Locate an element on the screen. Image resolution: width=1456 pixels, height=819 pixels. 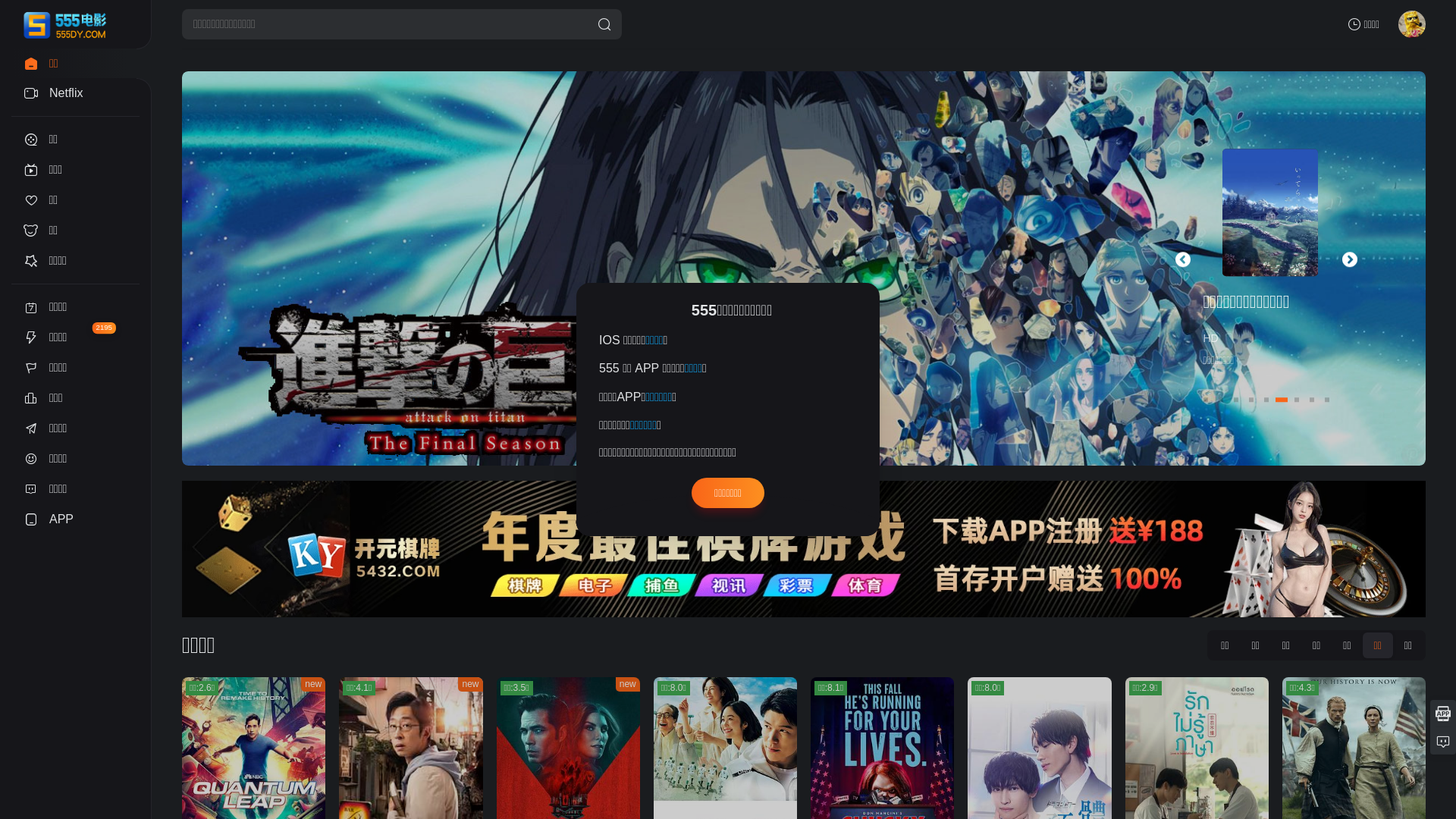
'APP' is located at coordinates (74, 519).